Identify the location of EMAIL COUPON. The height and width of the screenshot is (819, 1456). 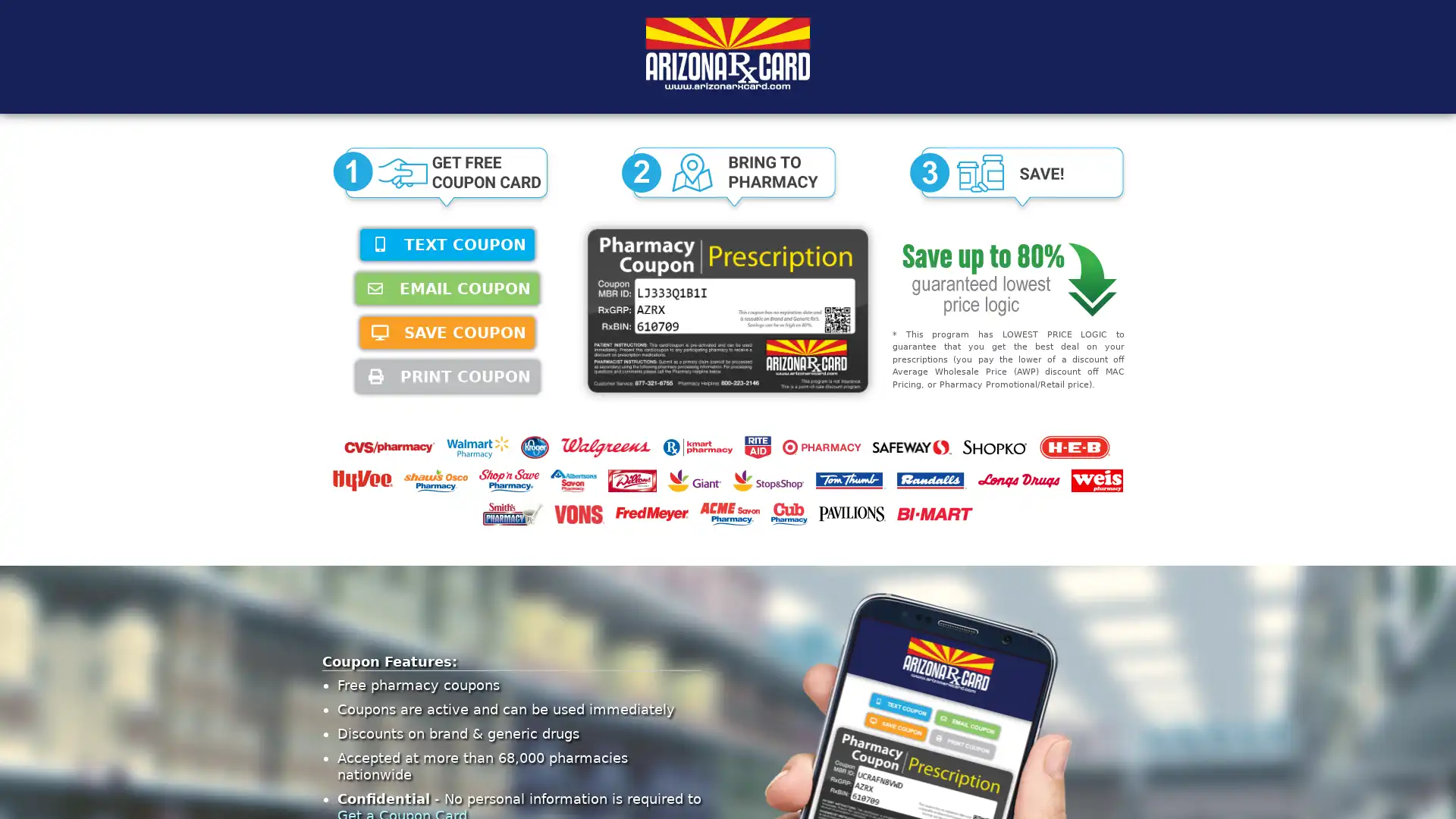
(447, 289).